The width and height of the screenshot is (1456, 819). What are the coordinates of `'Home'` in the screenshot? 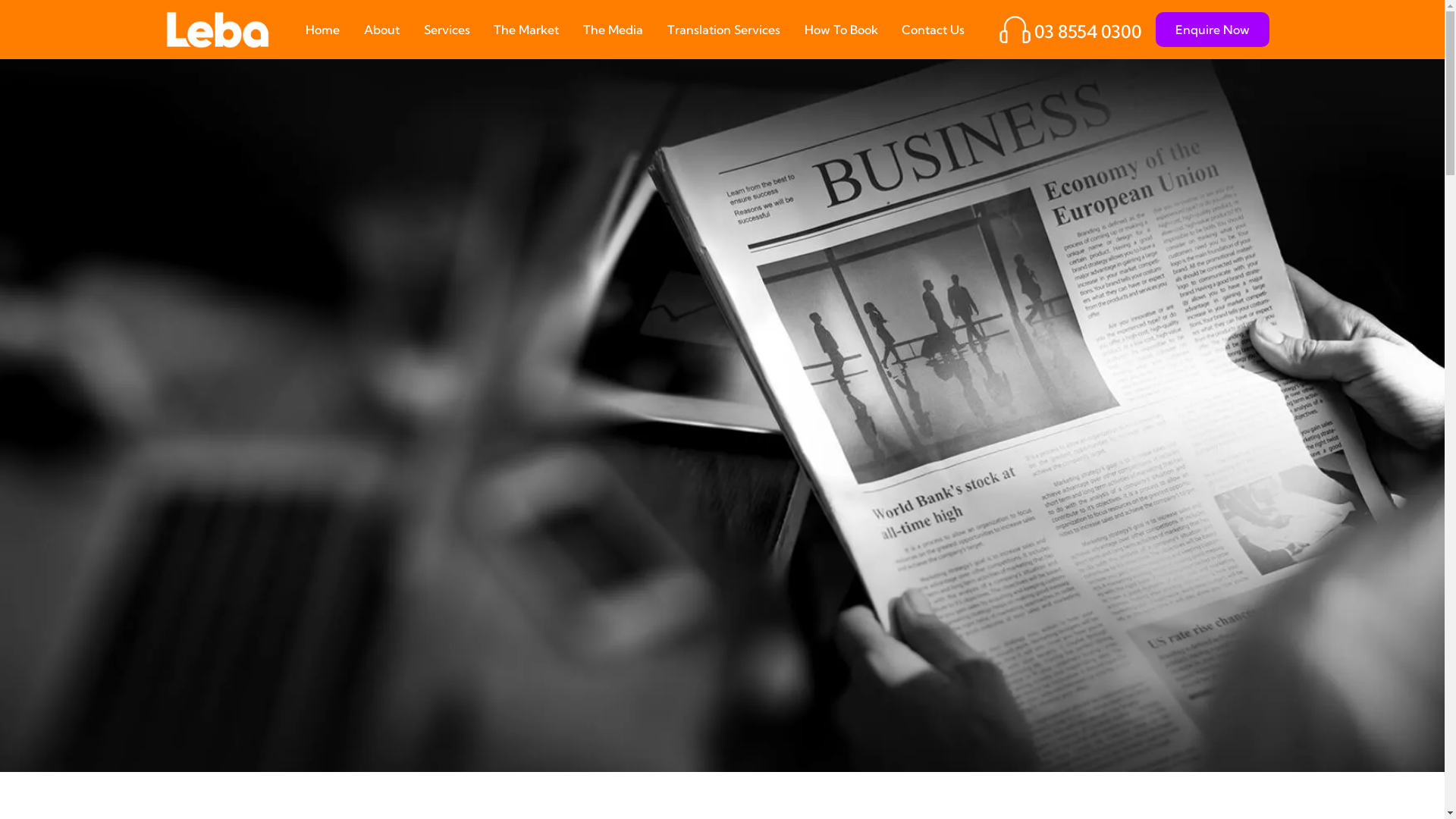 It's located at (322, 29).